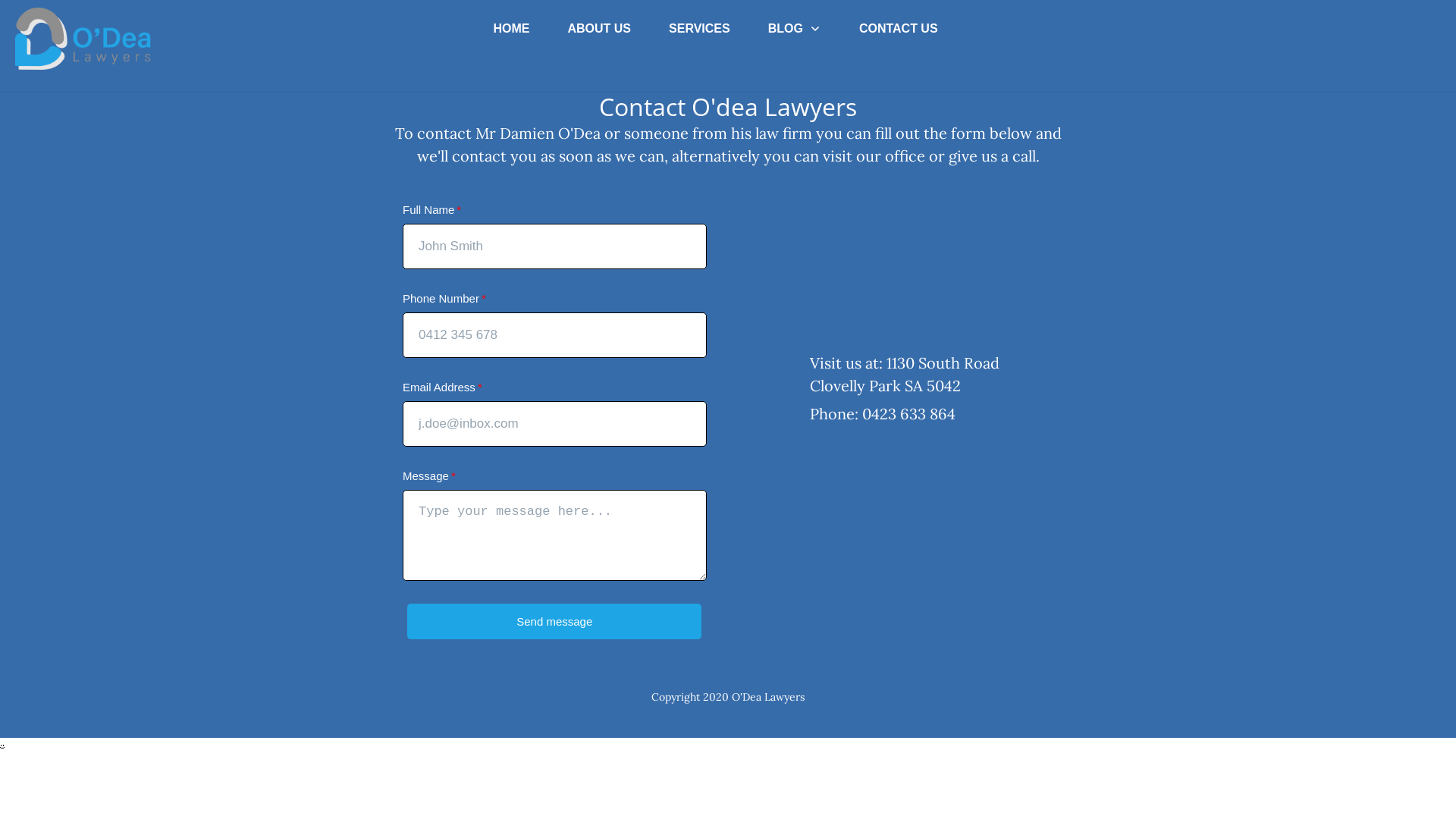 This screenshot has height=819, width=1456. Describe the element at coordinates (698, 29) in the screenshot. I see `'SERVICES'` at that location.